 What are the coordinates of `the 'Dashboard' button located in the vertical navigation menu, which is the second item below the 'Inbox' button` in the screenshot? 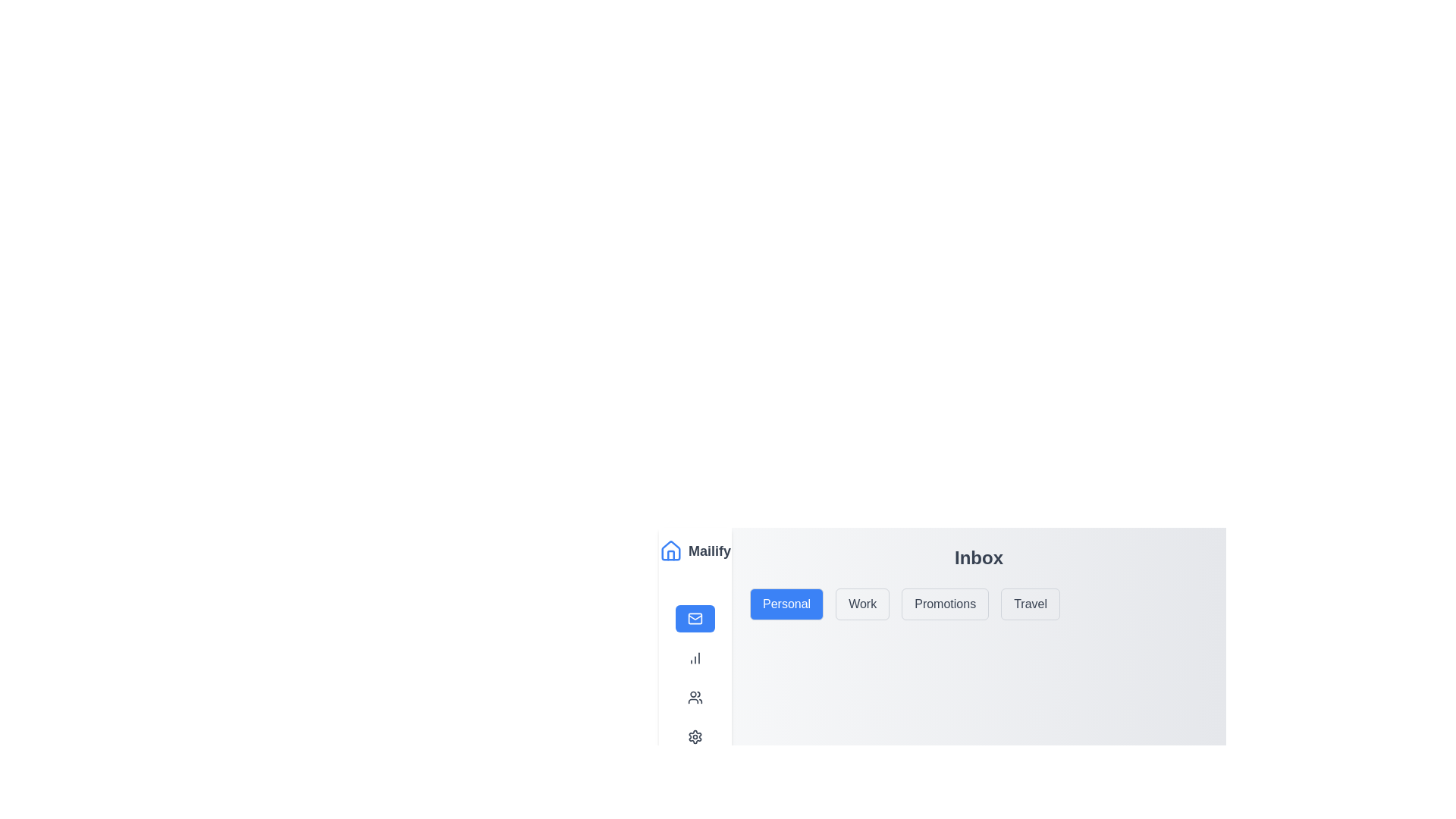 It's located at (694, 657).